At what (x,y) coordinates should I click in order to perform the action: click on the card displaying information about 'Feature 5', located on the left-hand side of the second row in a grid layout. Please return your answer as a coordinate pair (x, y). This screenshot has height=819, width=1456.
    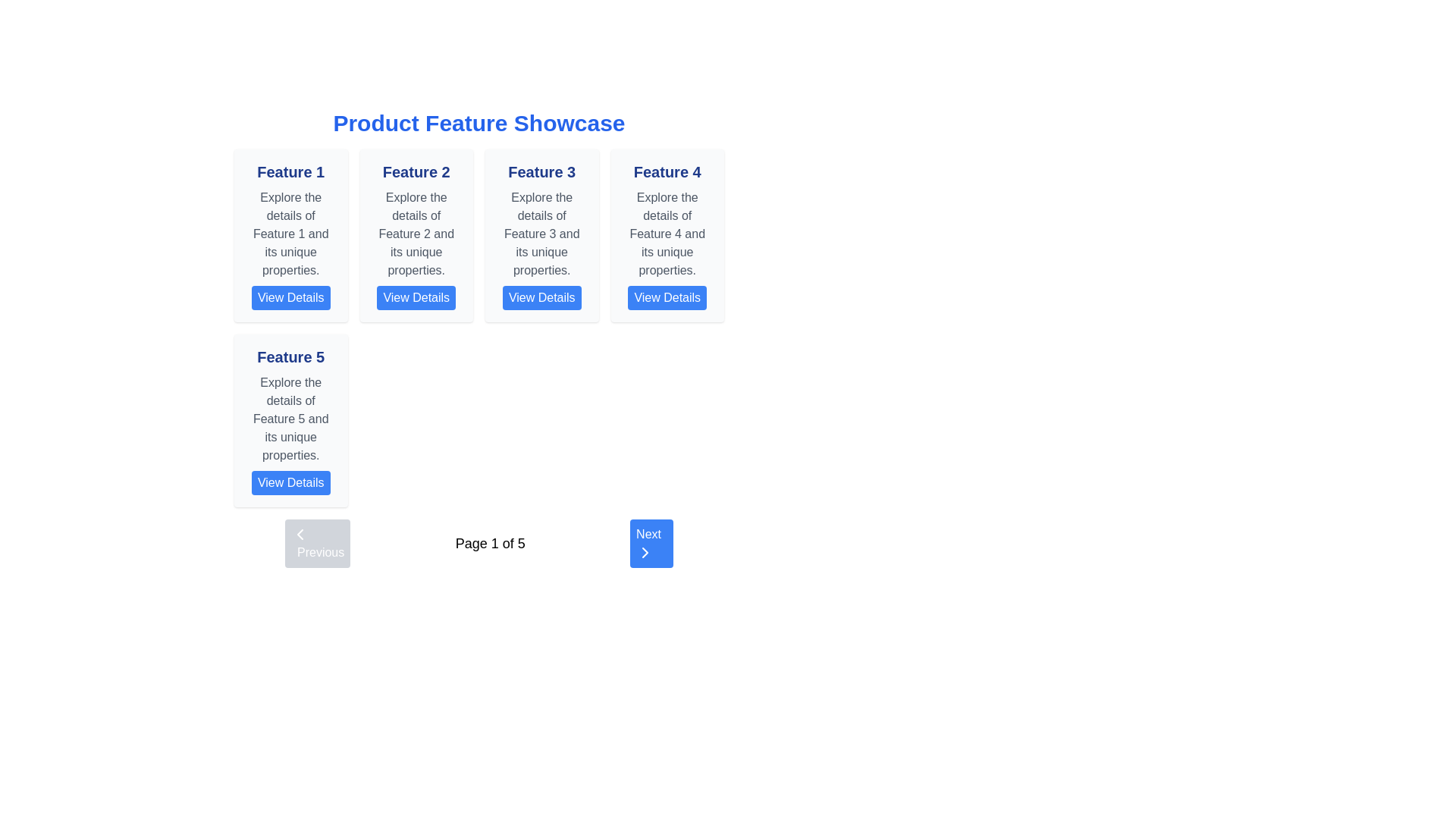
    Looking at the image, I should click on (290, 421).